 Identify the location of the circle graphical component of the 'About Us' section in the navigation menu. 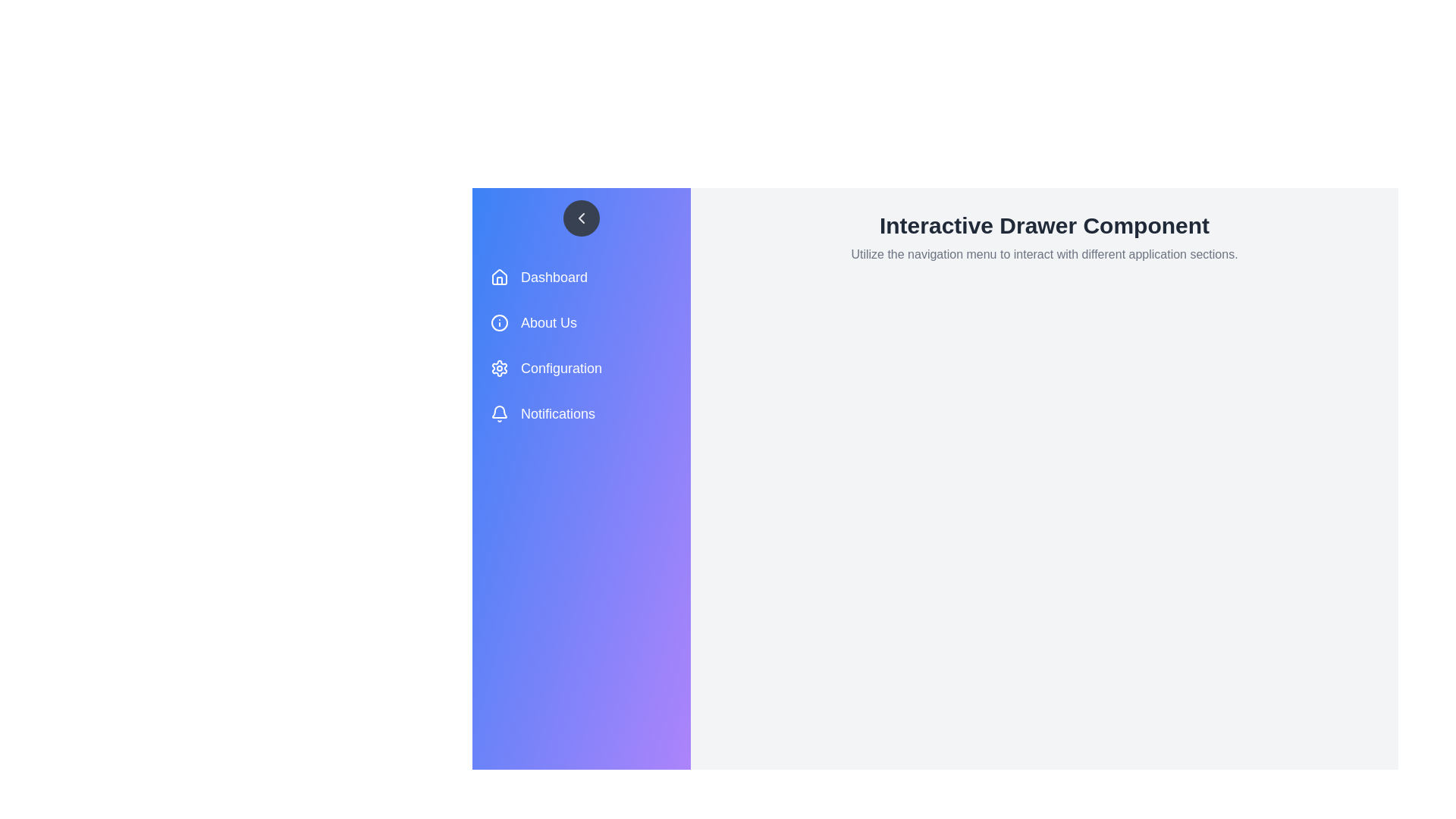
(499, 322).